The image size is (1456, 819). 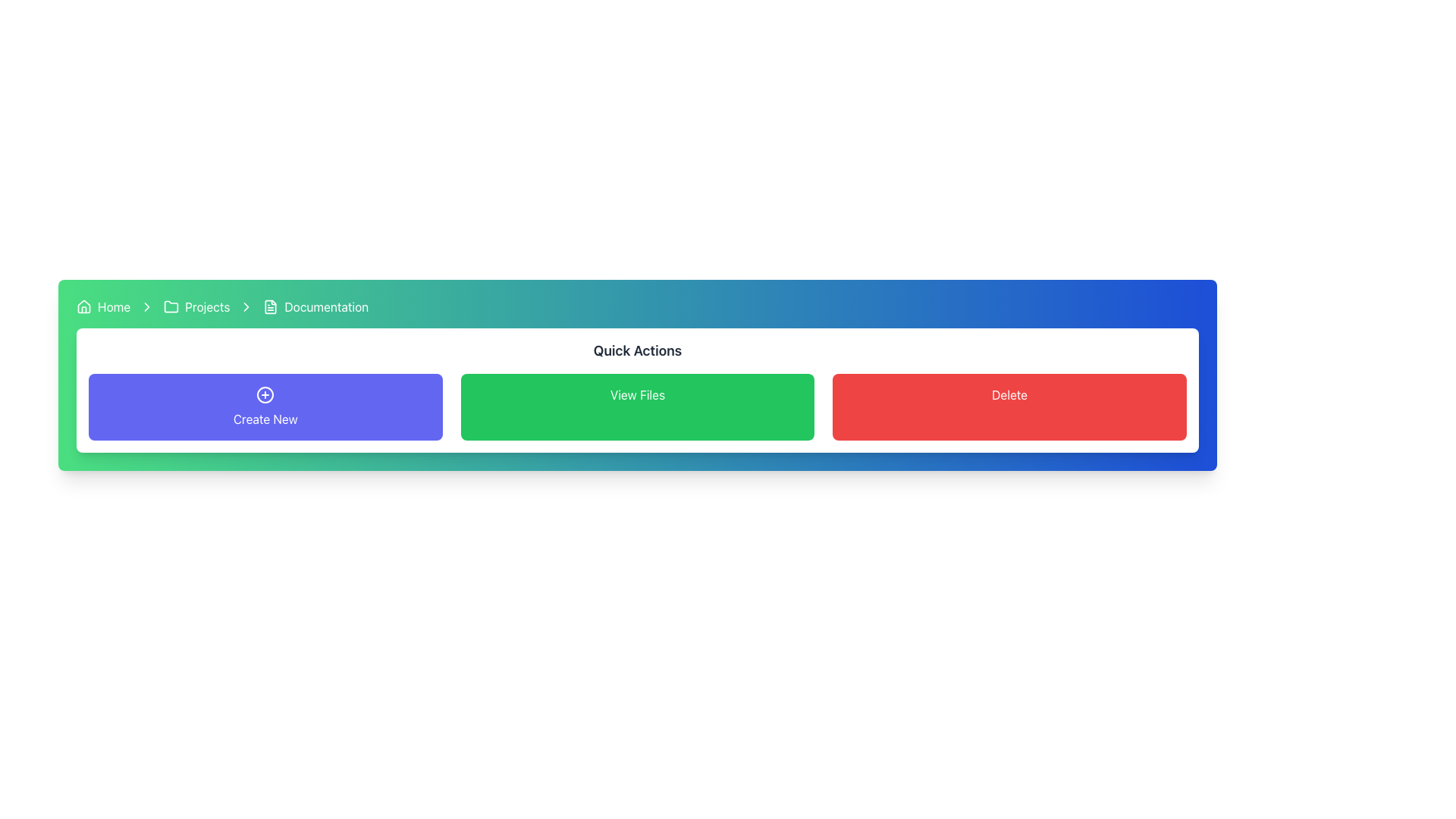 What do you see at coordinates (315, 307) in the screenshot?
I see `the breadcrumb item labeled 'Documentation'` at bounding box center [315, 307].